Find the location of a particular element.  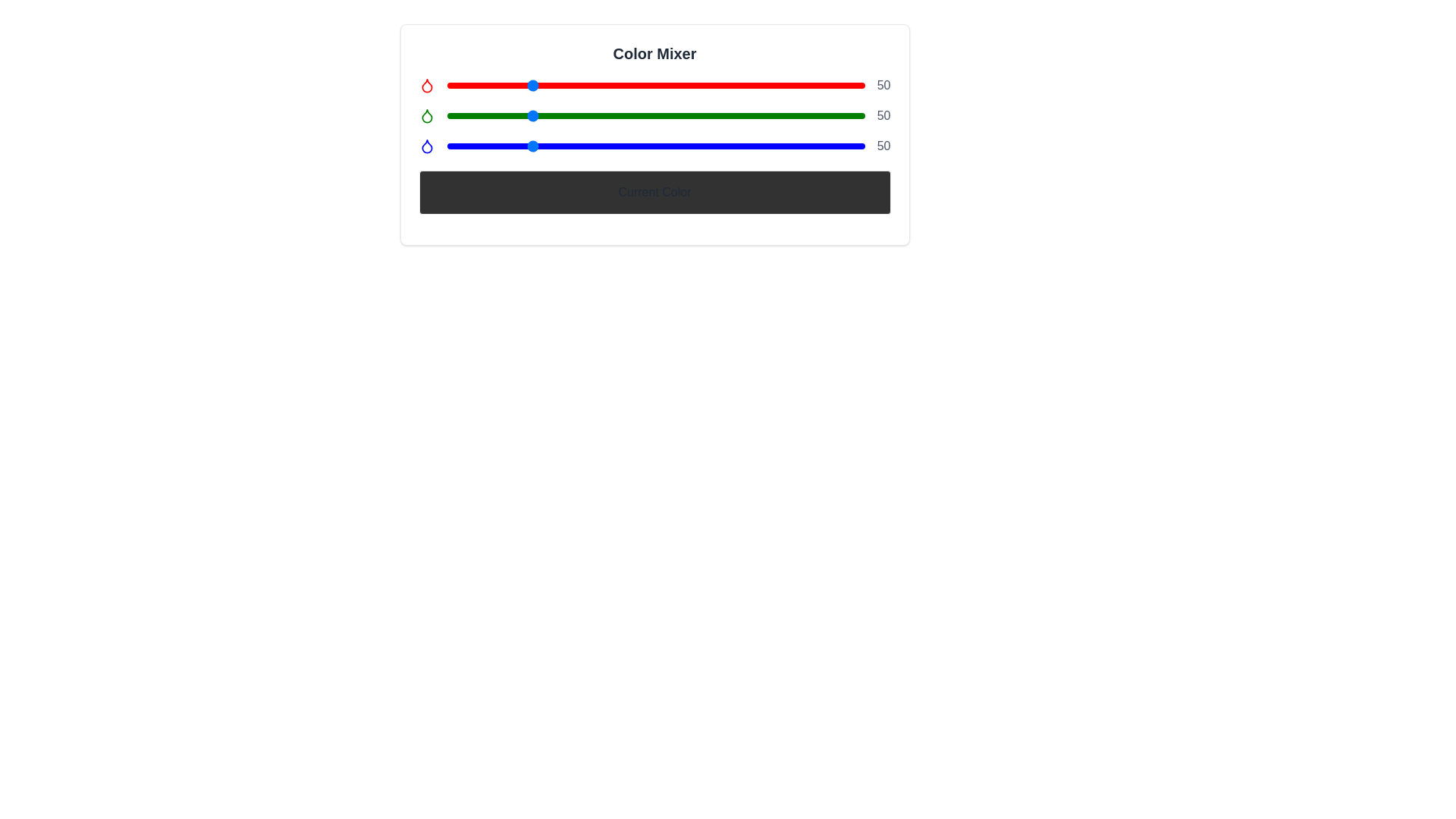

the blue slider to set its value to 33 is located at coordinates (501, 146).